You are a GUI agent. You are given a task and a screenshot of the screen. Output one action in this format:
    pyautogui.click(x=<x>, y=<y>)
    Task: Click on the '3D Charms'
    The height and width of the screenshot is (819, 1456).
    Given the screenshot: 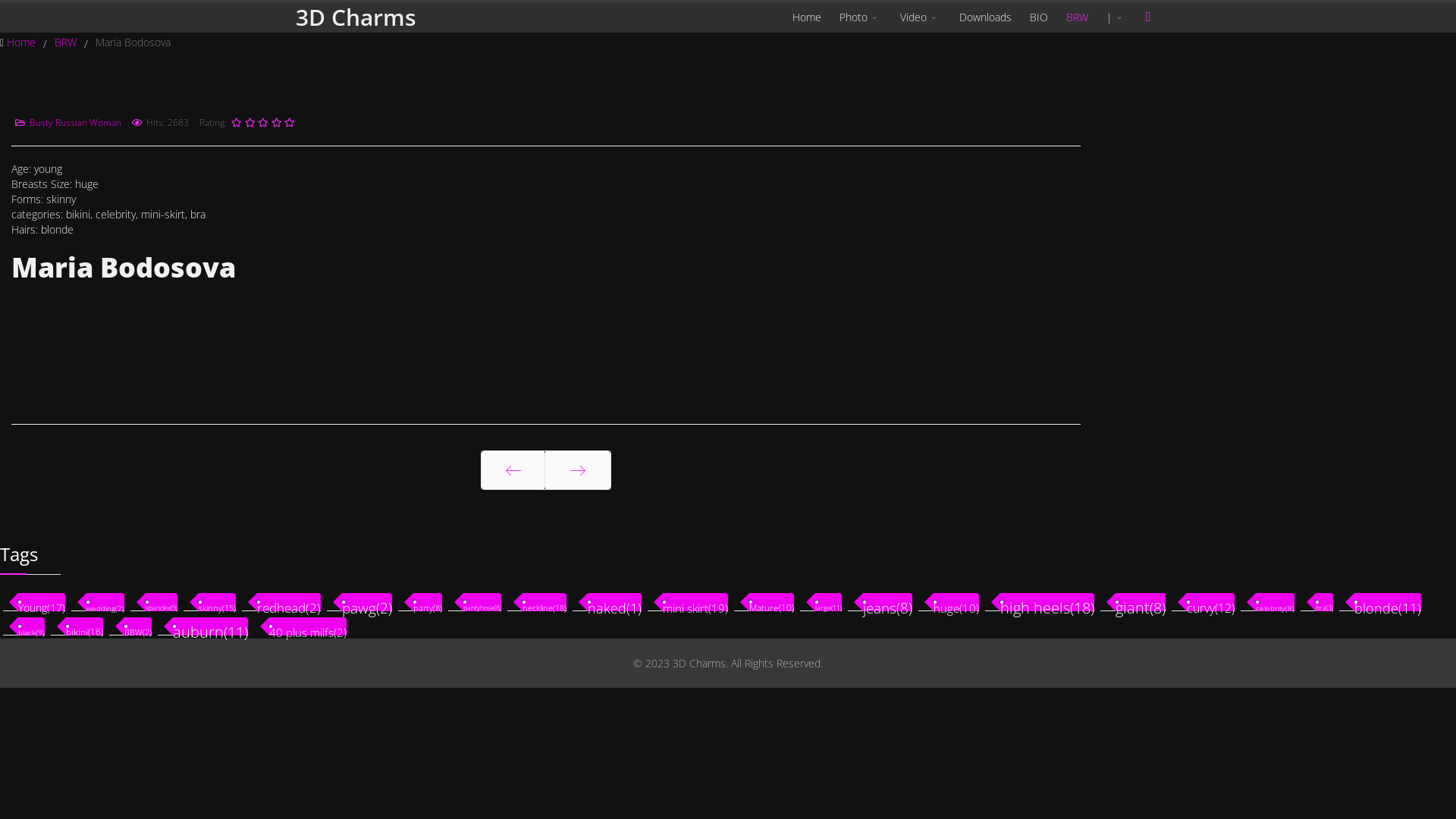 What is the action you would take?
    pyautogui.click(x=355, y=17)
    